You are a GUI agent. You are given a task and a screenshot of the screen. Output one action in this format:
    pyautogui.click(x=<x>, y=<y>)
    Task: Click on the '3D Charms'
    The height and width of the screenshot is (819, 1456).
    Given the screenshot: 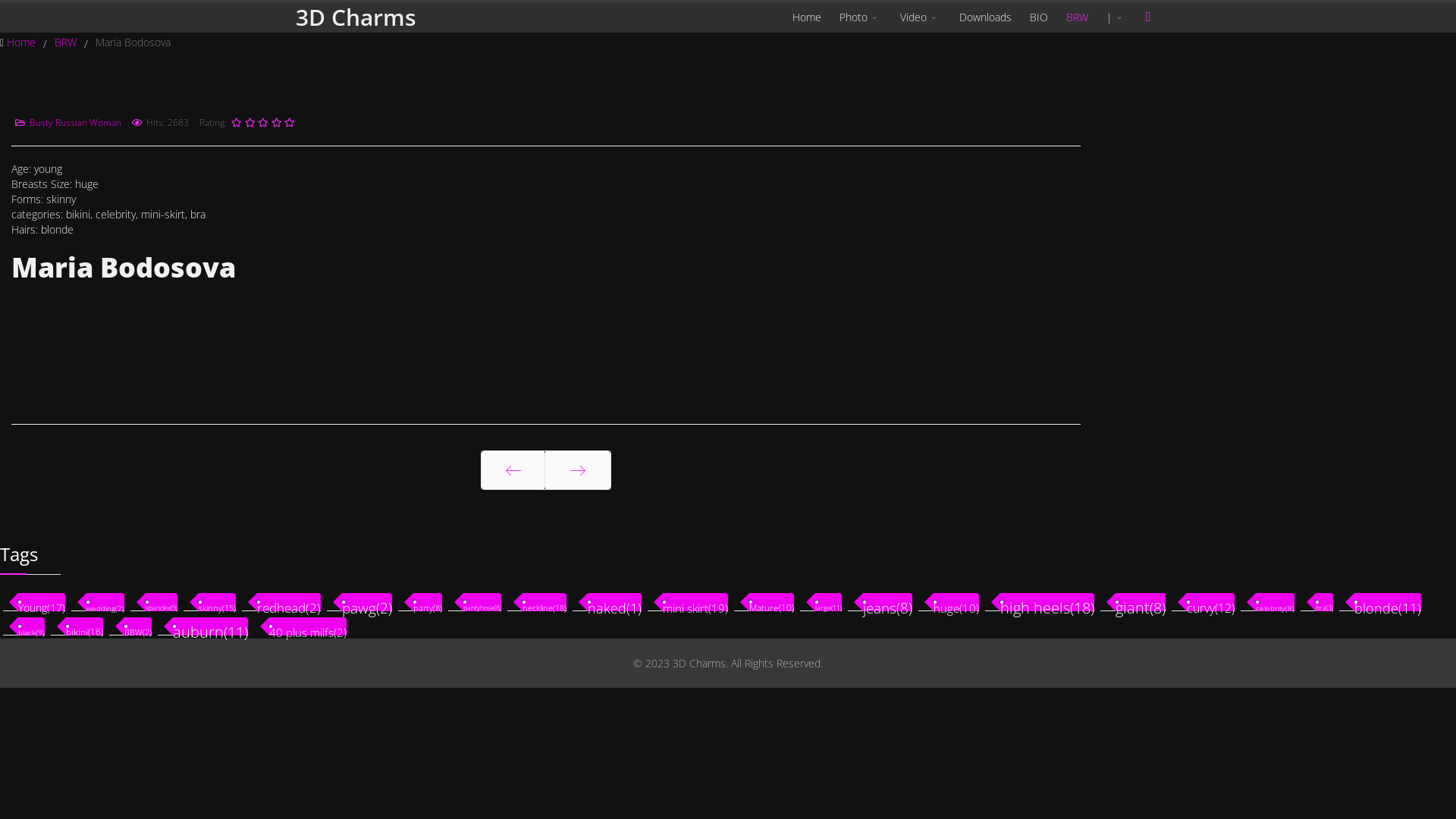 What is the action you would take?
    pyautogui.click(x=355, y=17)
    